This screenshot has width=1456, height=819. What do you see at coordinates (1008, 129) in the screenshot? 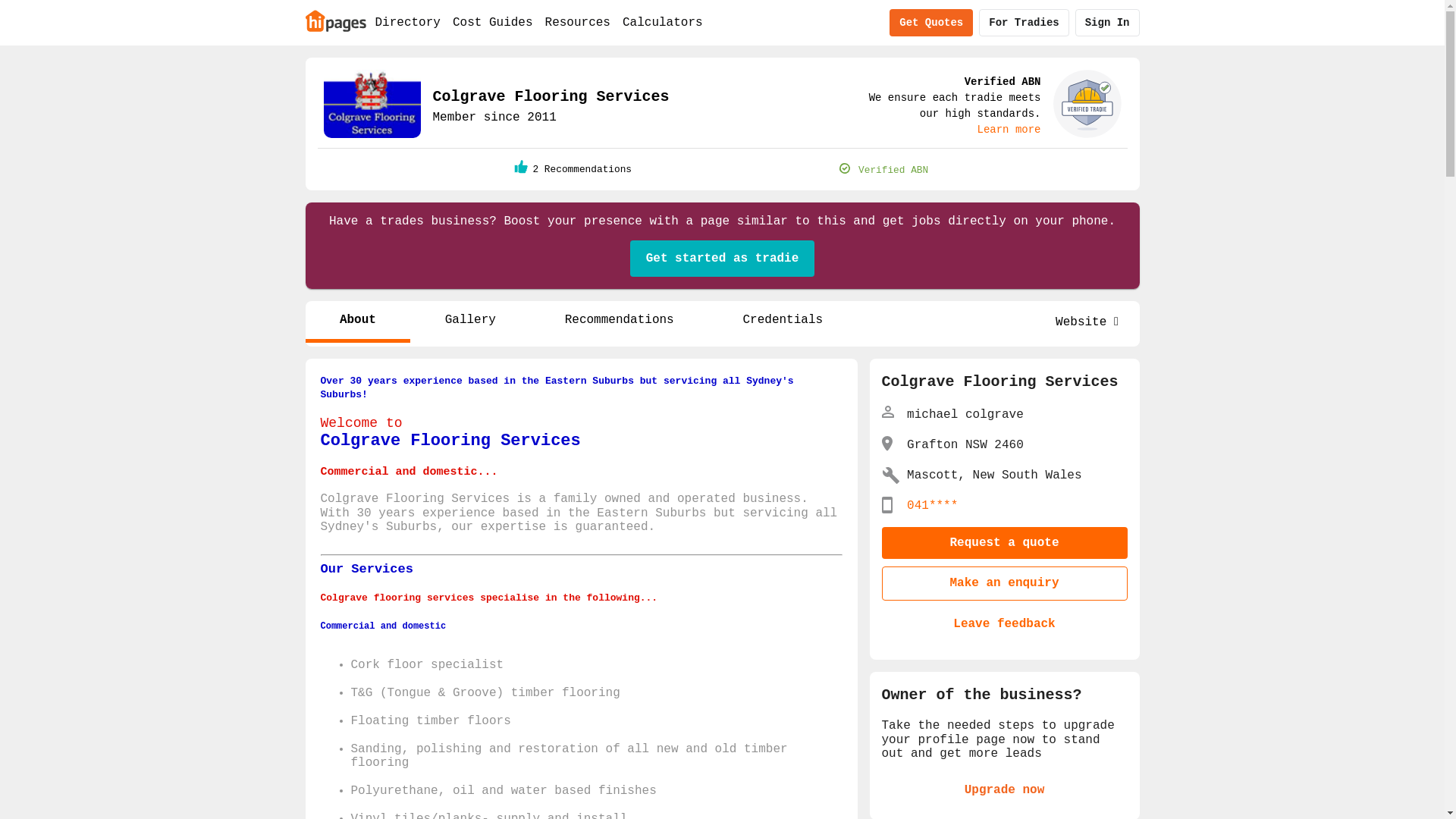
I see `'Learn more'` at bounding box center [1008, 129].